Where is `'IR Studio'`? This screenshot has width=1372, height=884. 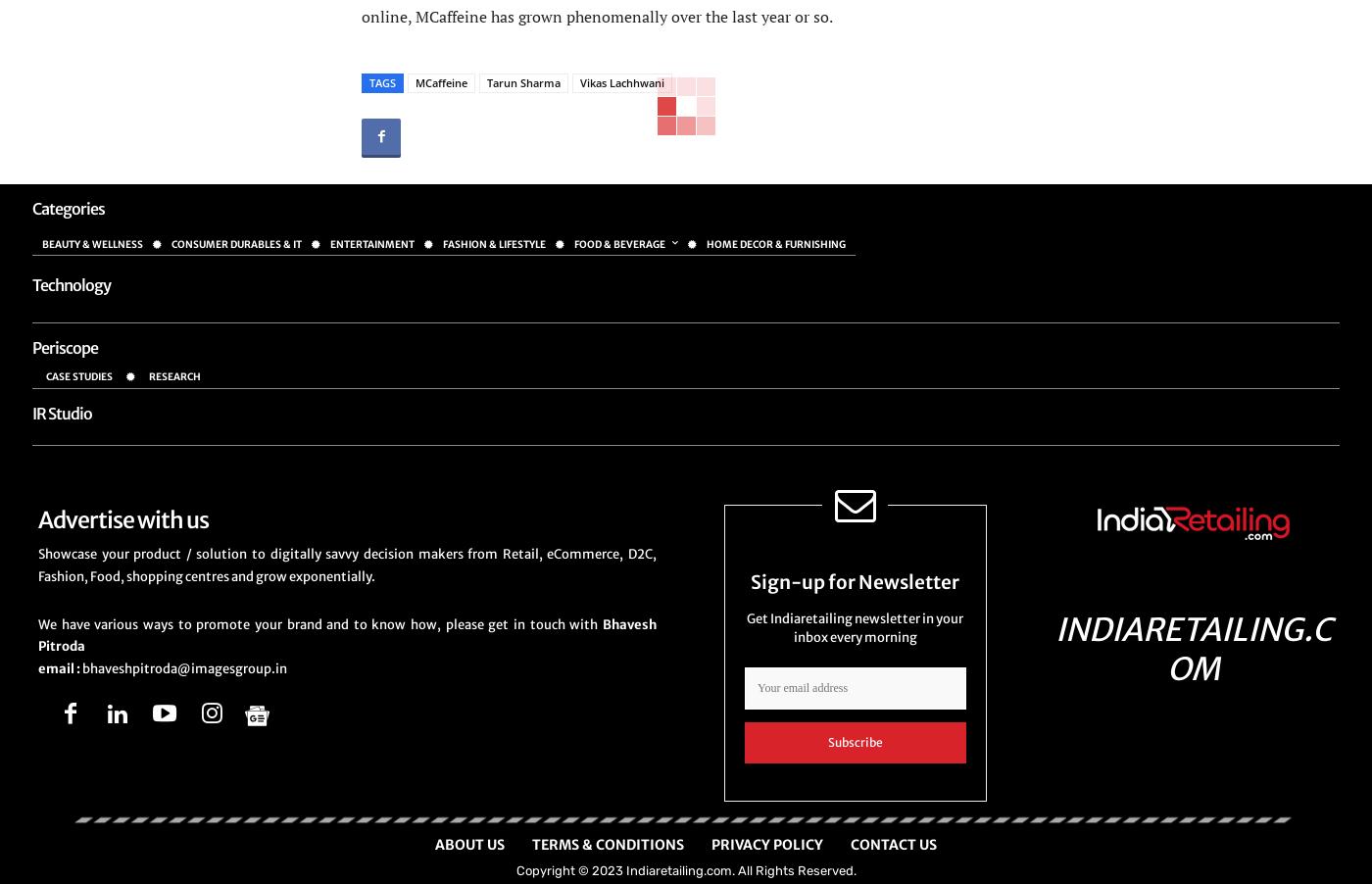 'IR Studio' is located at coordinates (62, 413).